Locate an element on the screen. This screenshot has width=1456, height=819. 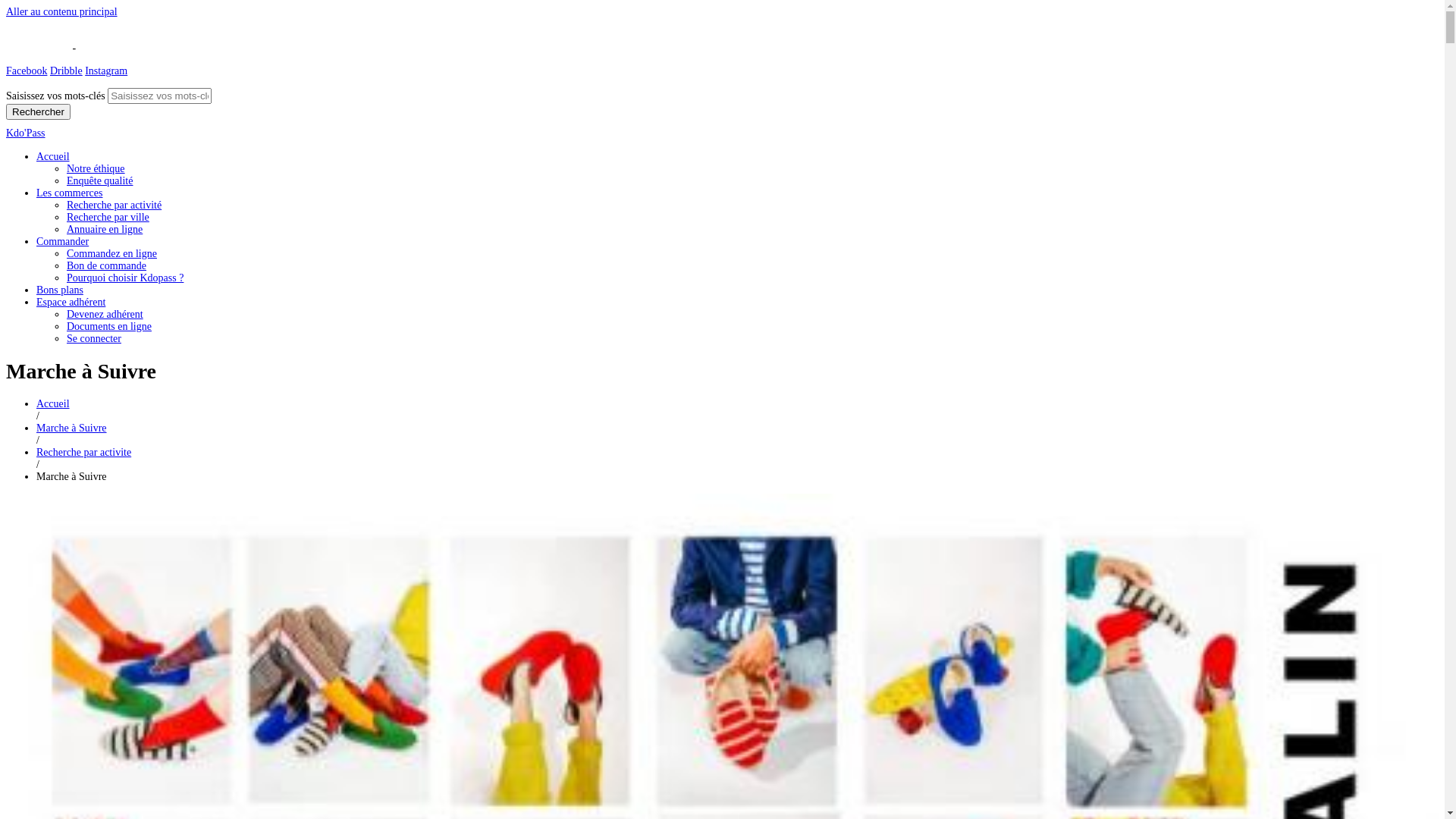
'Commandez en ligne' is located at coordinates (111, 253).